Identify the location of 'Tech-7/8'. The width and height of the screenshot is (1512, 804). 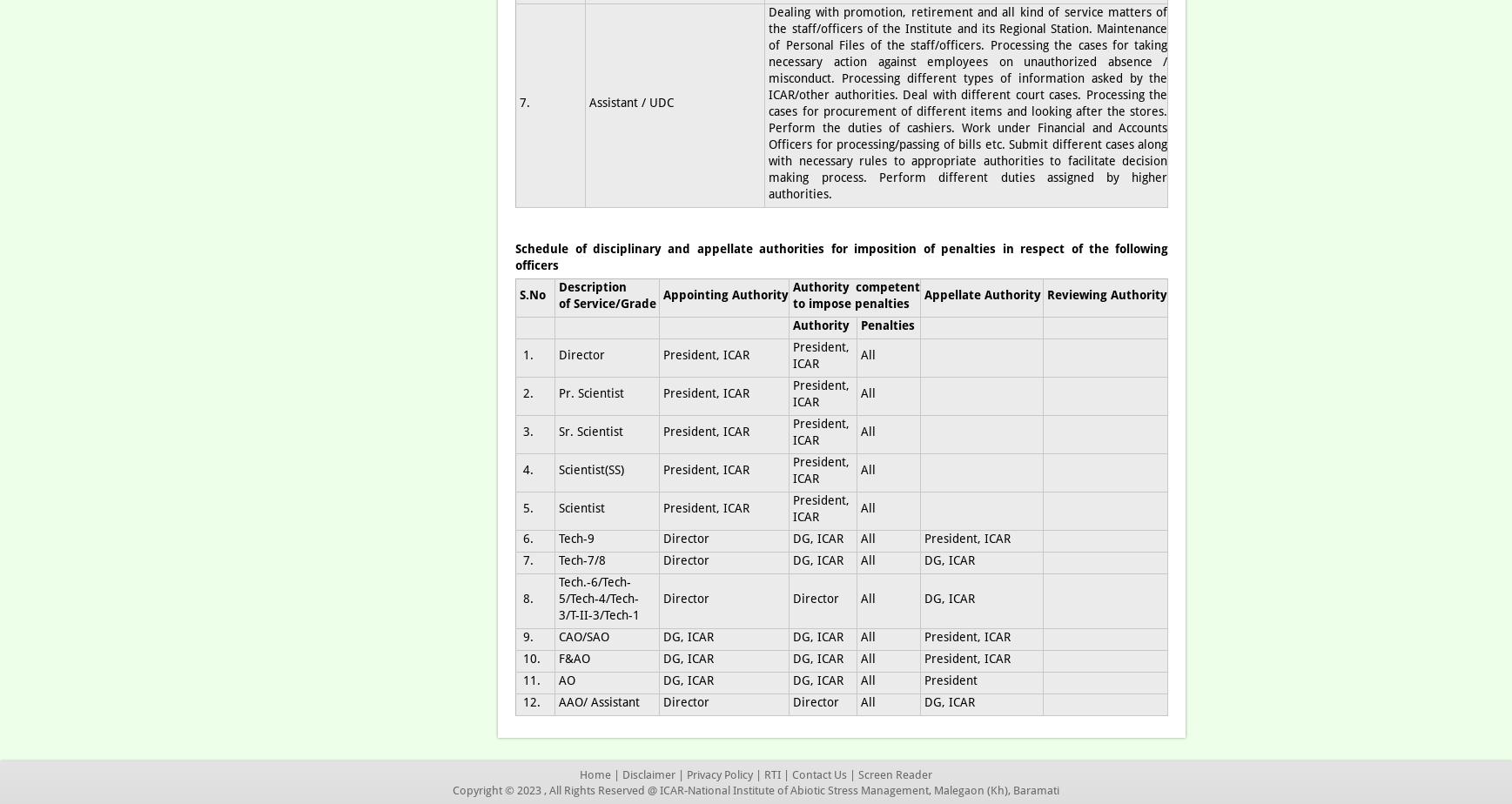
(581, 559).